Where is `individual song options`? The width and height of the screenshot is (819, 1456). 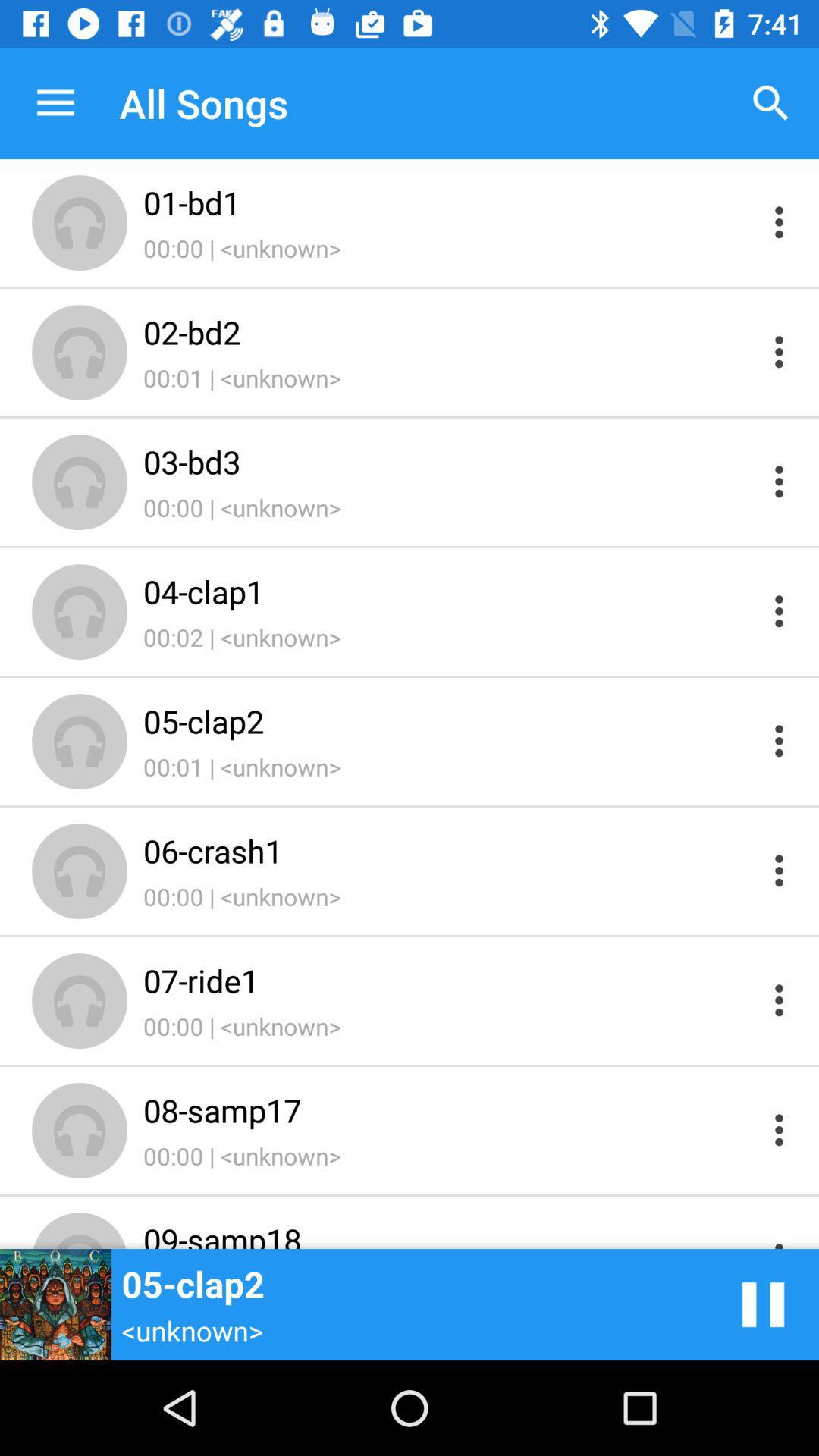
individual song options is located at coordinates (779, 1234).